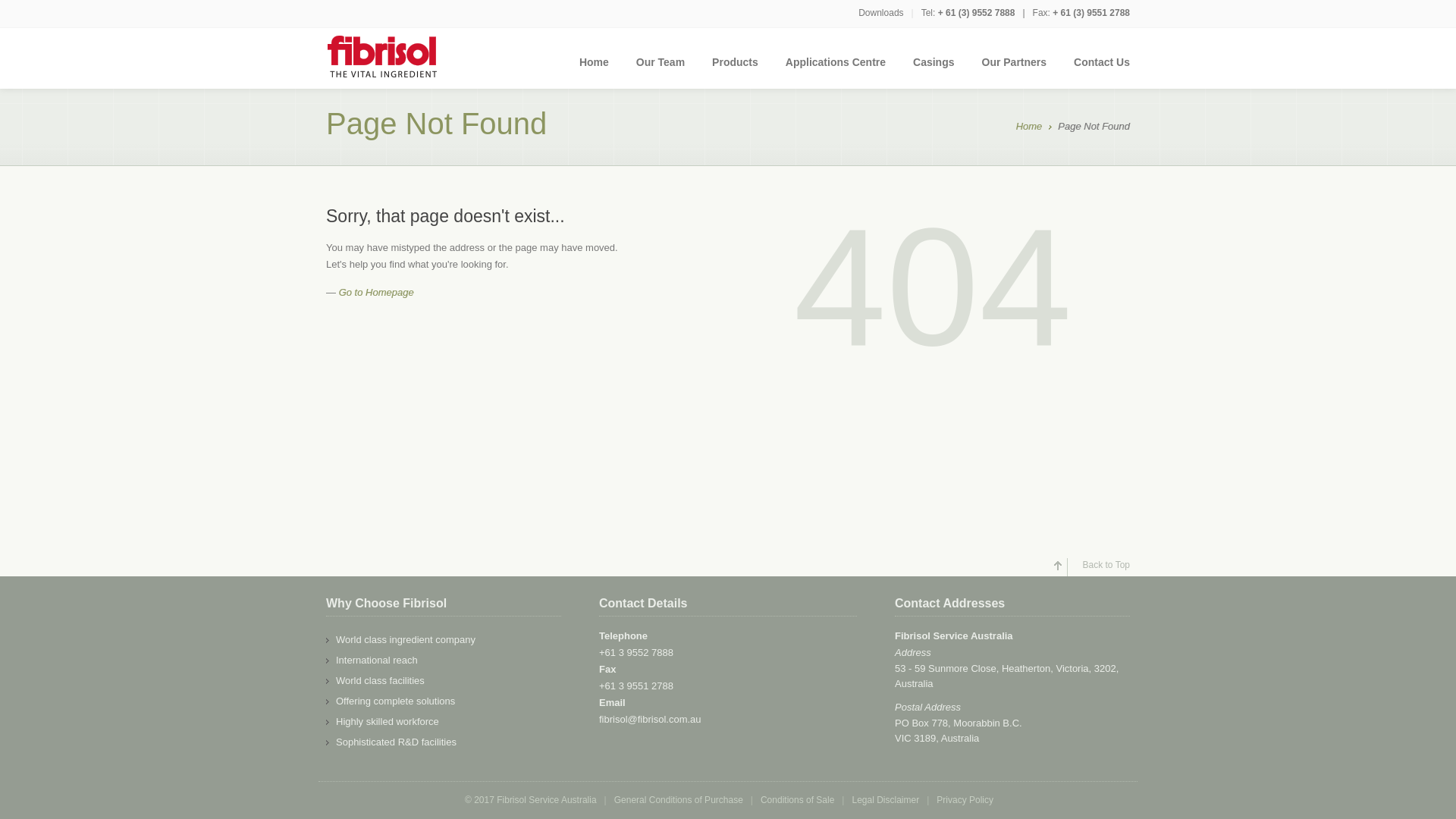 The height and width of the screenshot is (819, 1456). I want to click on 'Products', so click(698, 70).